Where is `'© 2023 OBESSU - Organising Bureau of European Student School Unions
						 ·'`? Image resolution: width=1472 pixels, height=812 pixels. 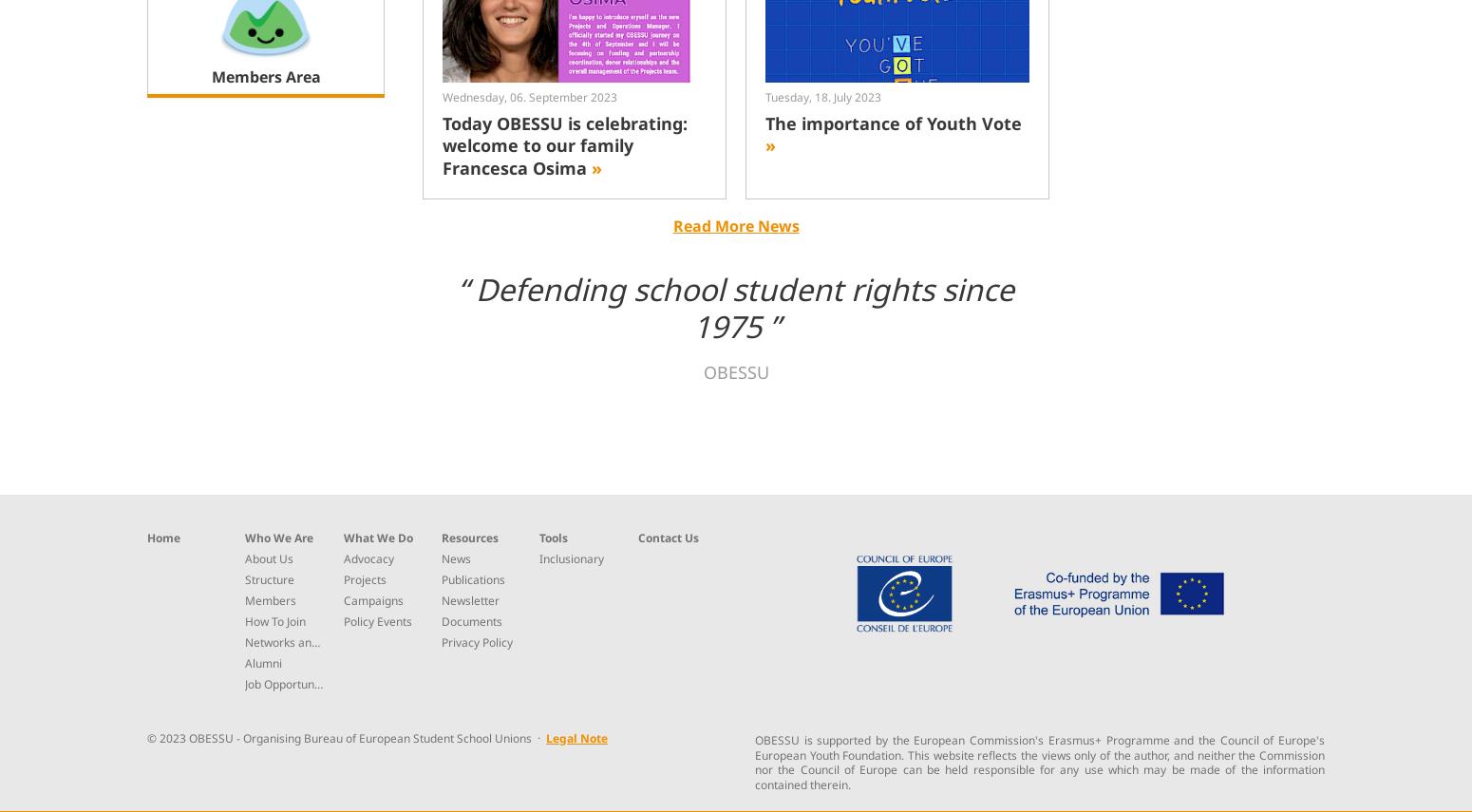 '© 2023 OBESSU - Organising Bureau of European Student School Unions
						 ·' is located at coordinates (346, 736).